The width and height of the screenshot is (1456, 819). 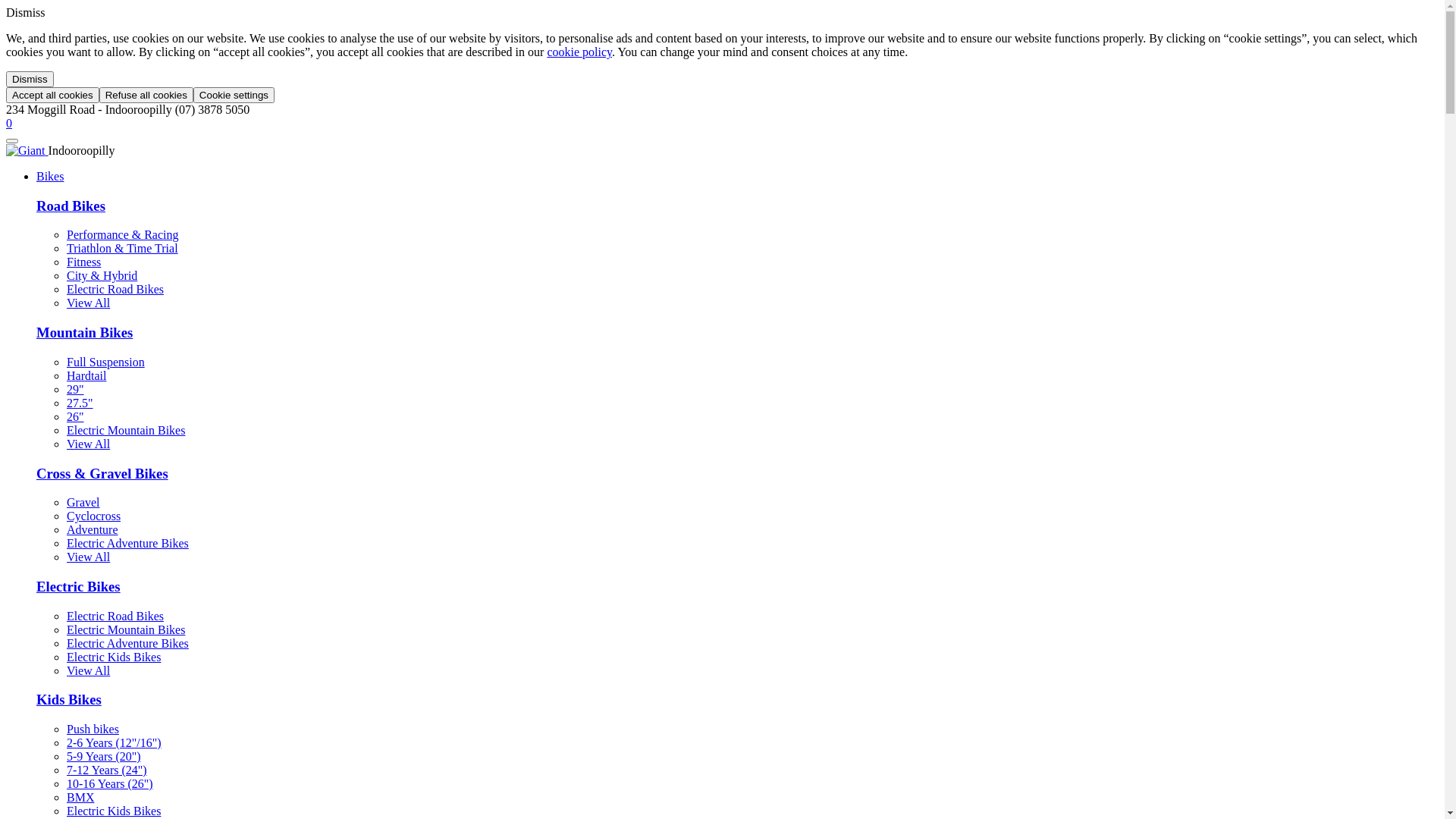 What do you see at coordinates (105, 362) in the screenshot?
I see `'Full Suspension'` at bounding box center [105, 362].